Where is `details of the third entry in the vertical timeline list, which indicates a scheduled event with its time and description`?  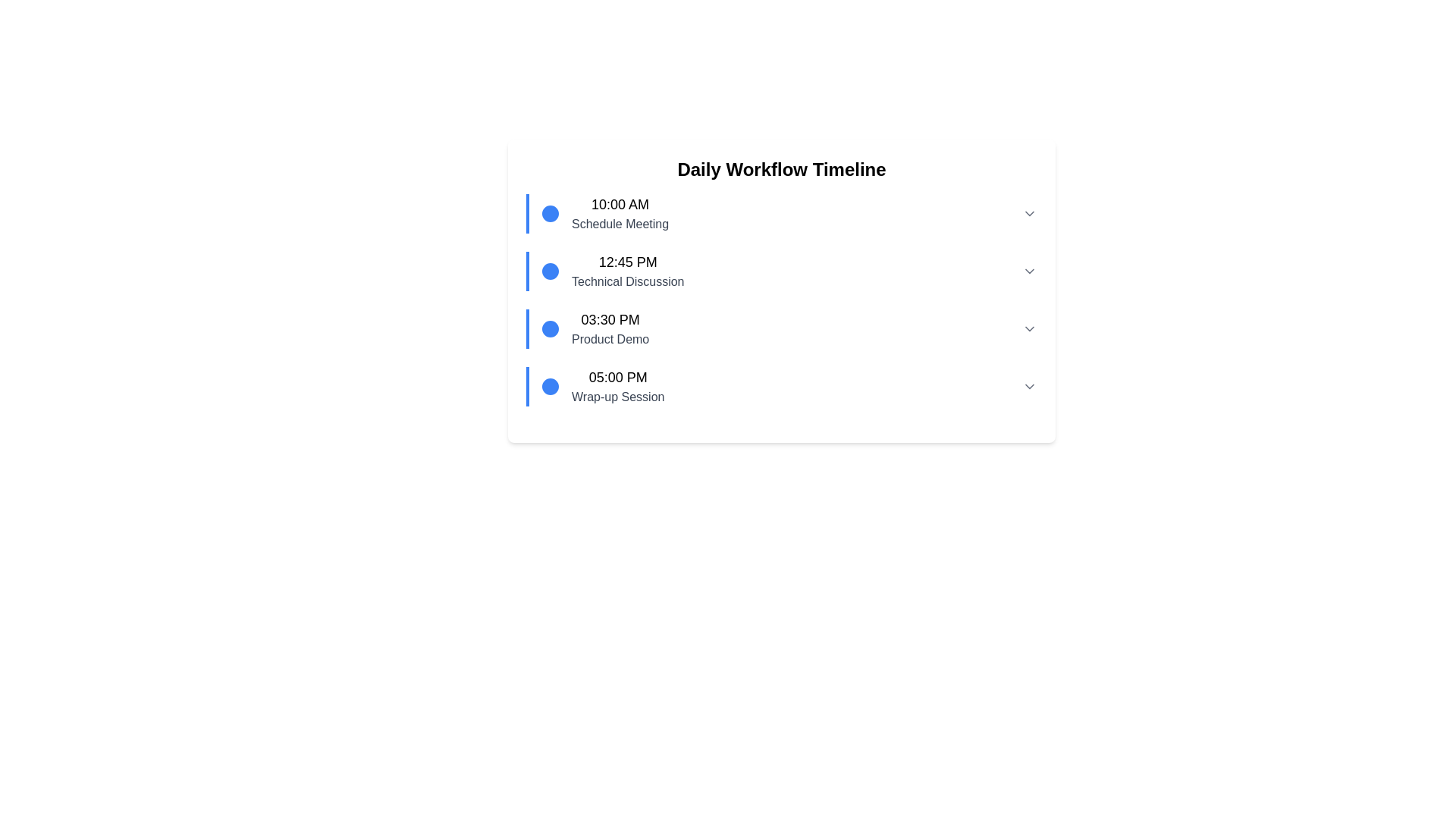
details of the third entry in the vertical timeline list, which indicates a scheduled event with its time and description is located at coordinates (595, 328).